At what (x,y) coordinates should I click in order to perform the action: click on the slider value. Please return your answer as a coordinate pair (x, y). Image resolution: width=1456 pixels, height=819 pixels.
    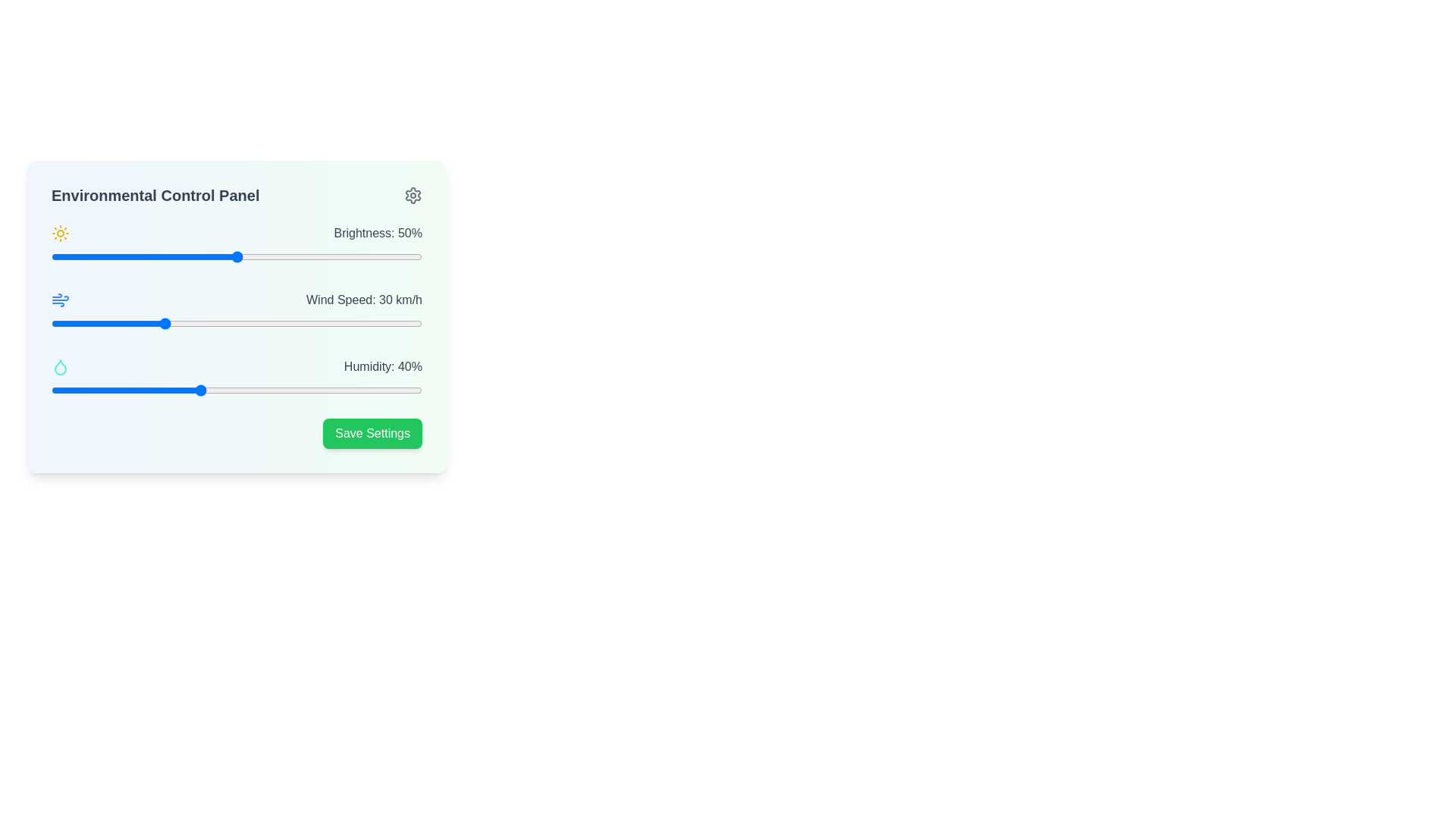
    Looking at the image, I should click on (65, 256).